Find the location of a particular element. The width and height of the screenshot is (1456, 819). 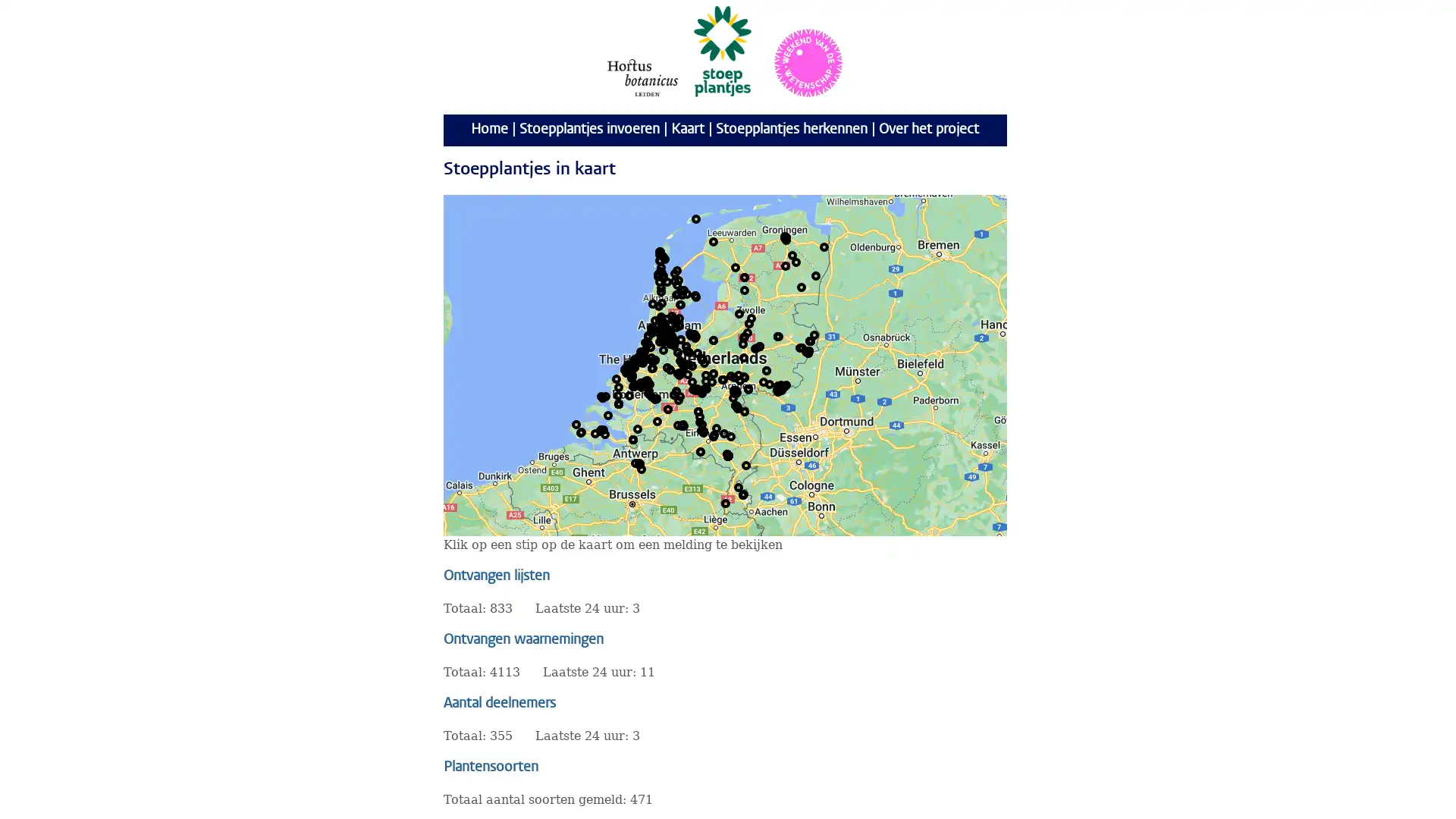

Telling van Boy op 01 november 2021 is located at coordinates (679, 359).